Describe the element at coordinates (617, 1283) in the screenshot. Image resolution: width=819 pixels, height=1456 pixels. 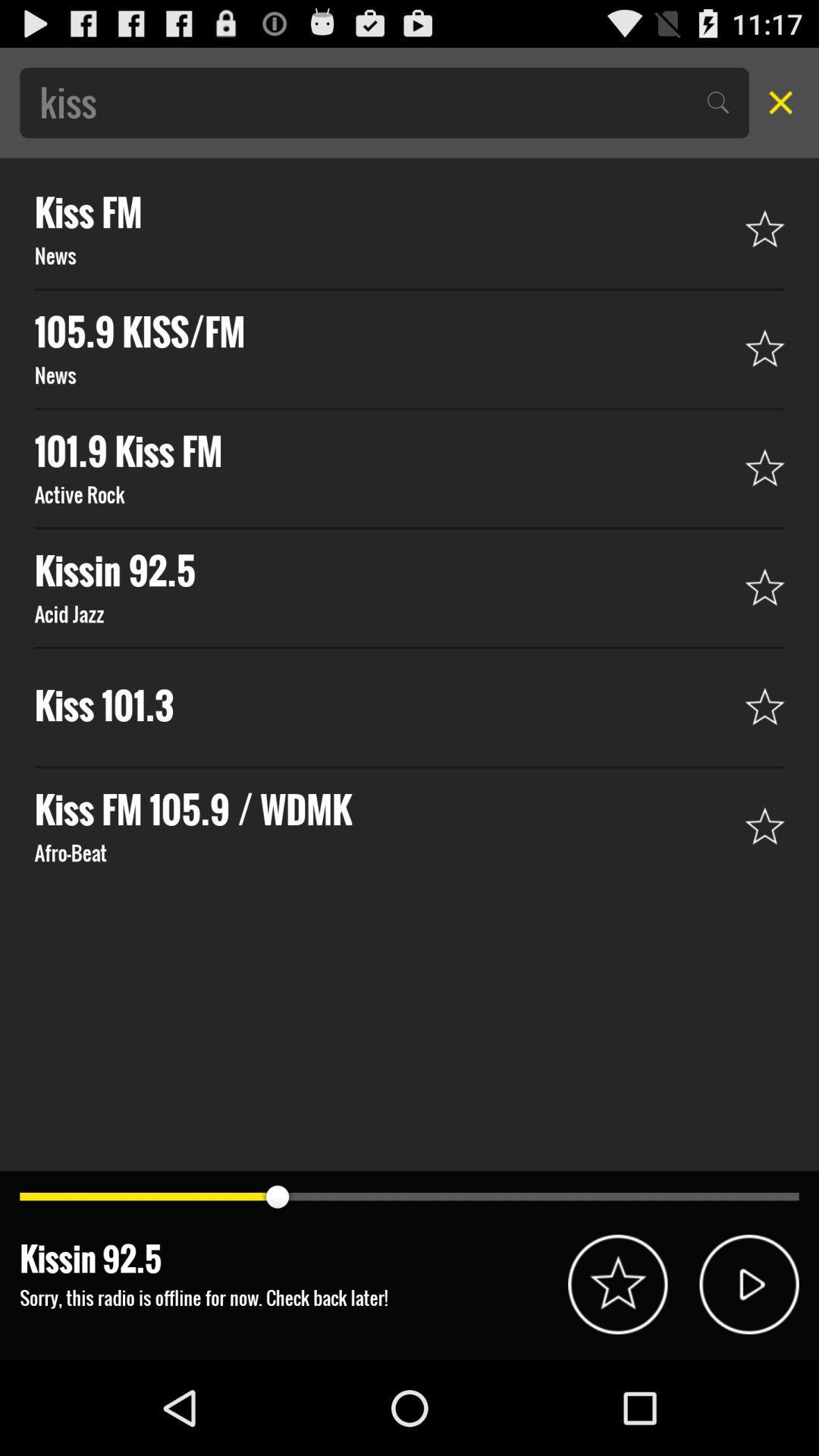
I see `favorites option` at that location.